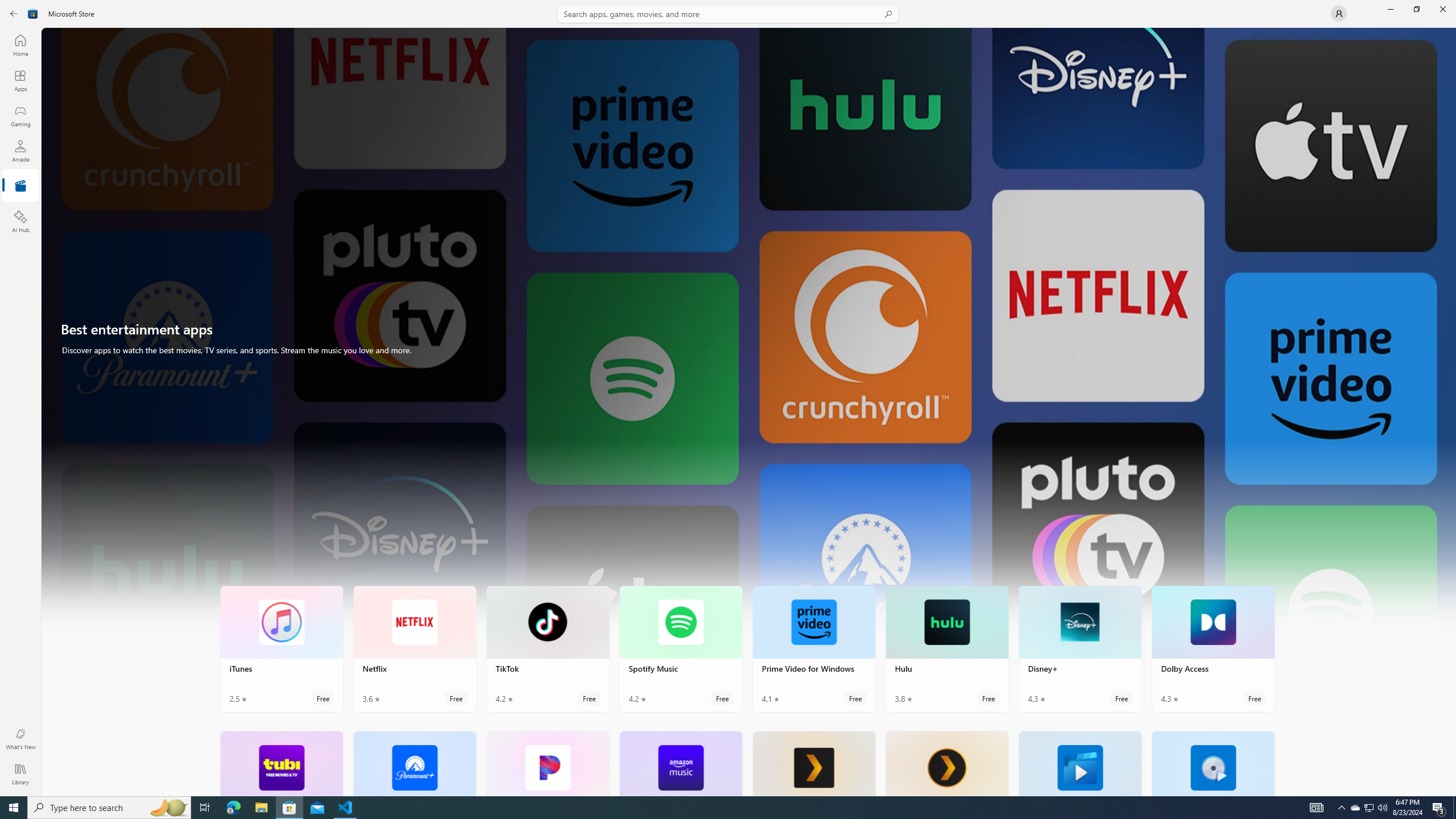 The image size is (1456, 819). What do you see at coordinates (19, 80) in the screenshot?
I see `'Apps'` at bounding box center [19, 80].